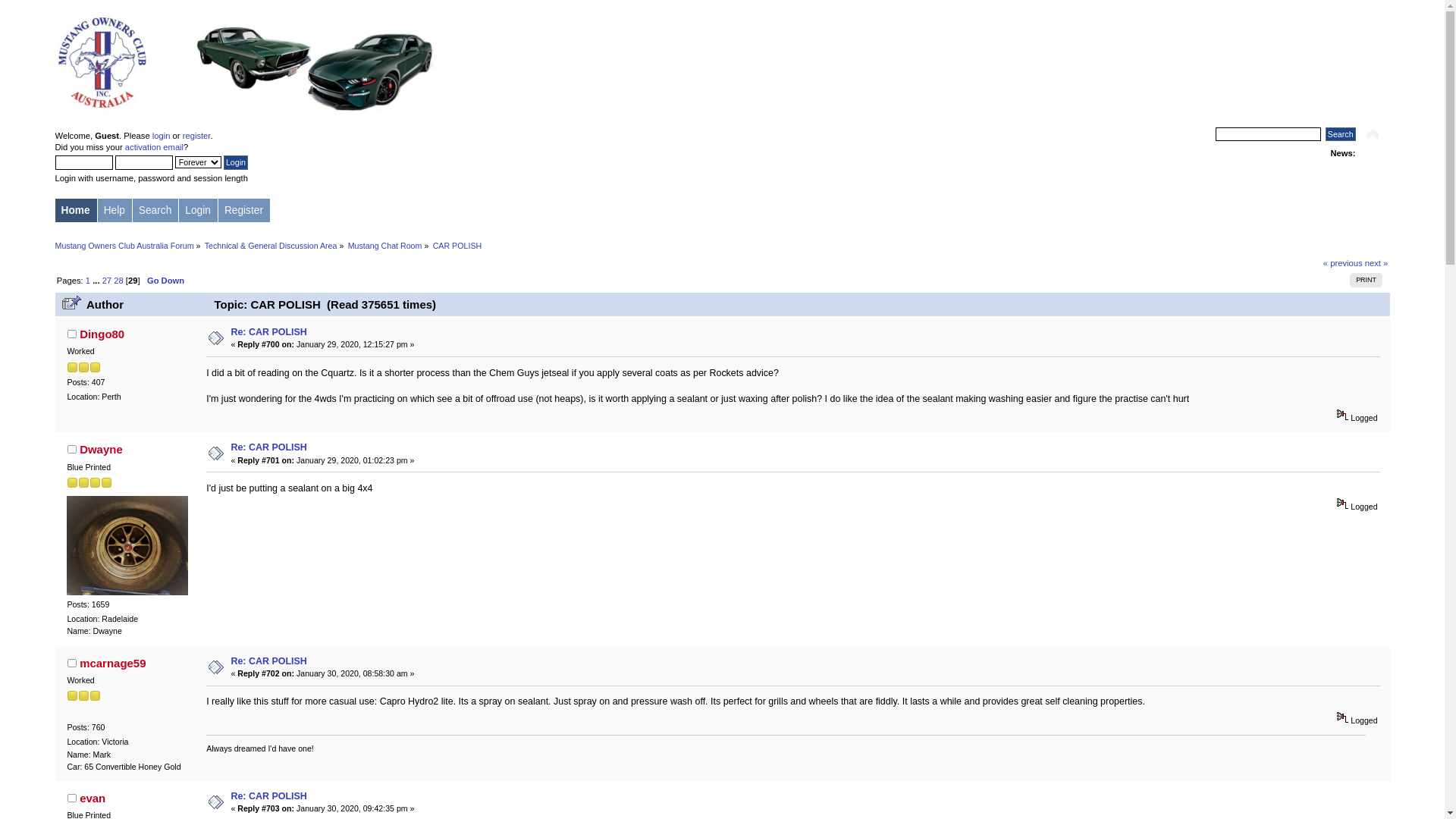 The width and height of the screenshot is (1456, 819). What do you see at coordinates (268, 331) in the screenshot?
I see `'Re: CAR POLISH'` at bounding box center [268, 331].